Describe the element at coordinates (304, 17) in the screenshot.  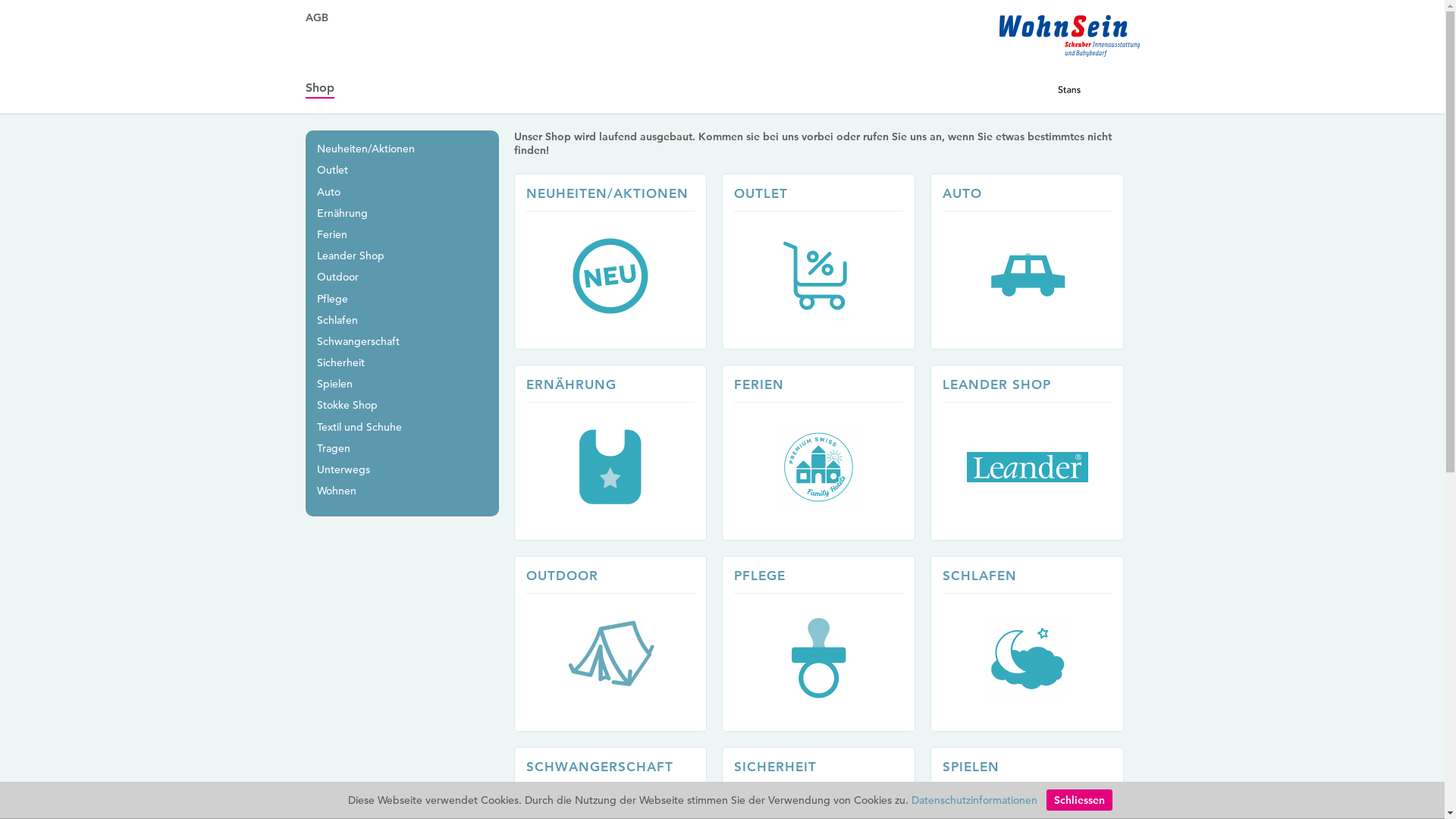
I see `'AGB'` at that location.